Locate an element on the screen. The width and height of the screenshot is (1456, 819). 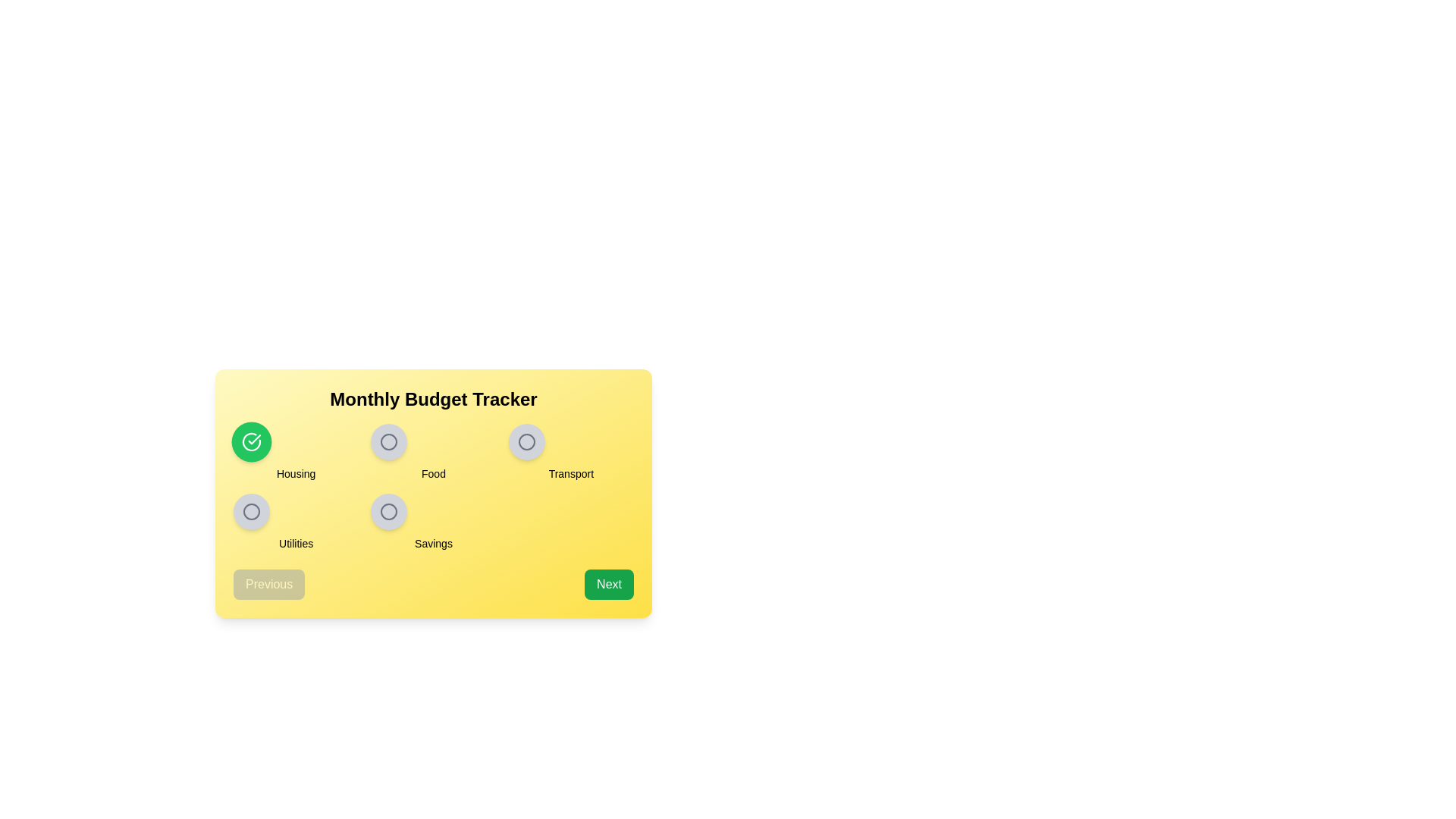
the custom-styled radio button located in the 'Utilities' section of the 'Monthly Budget Tracker', which is below the 'Housing' icon is located at coordinates (251, 512).